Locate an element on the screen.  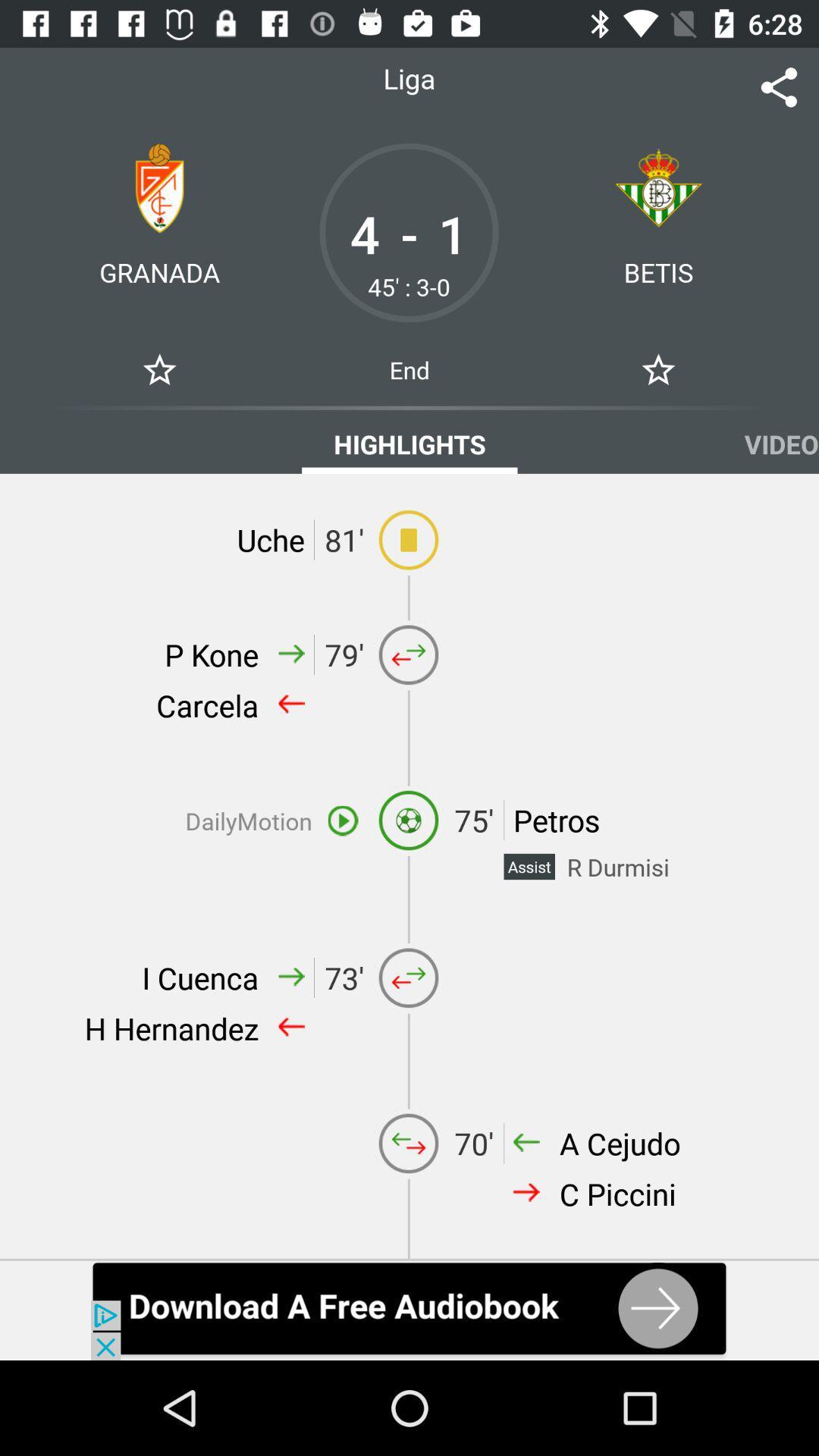
click the share option is located at coordinates (779, 86).